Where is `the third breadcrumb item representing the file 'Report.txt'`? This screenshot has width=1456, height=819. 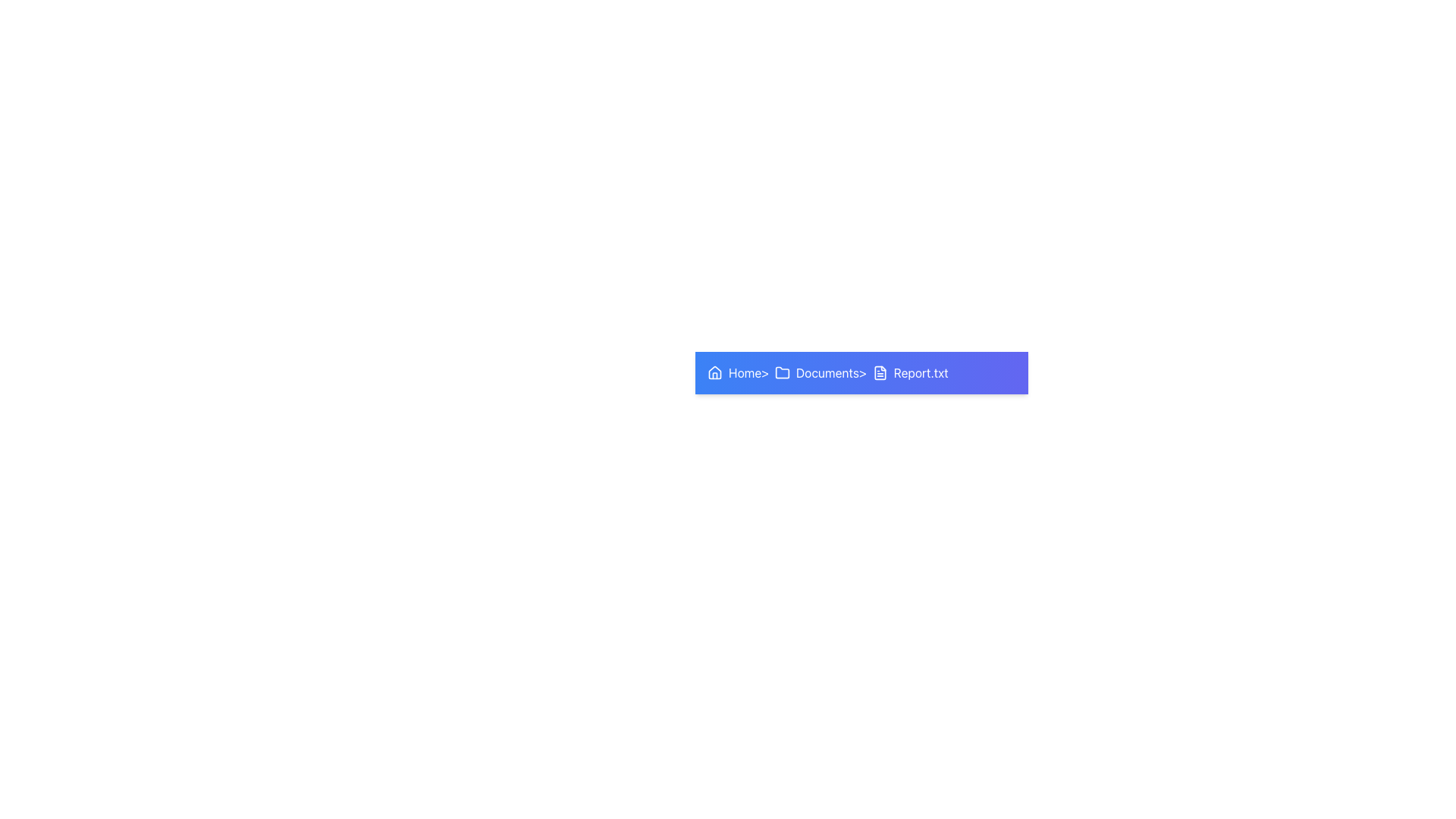 the third breadcrumb item representing the file 'Report.txt' is located at coordinates (910, 373).